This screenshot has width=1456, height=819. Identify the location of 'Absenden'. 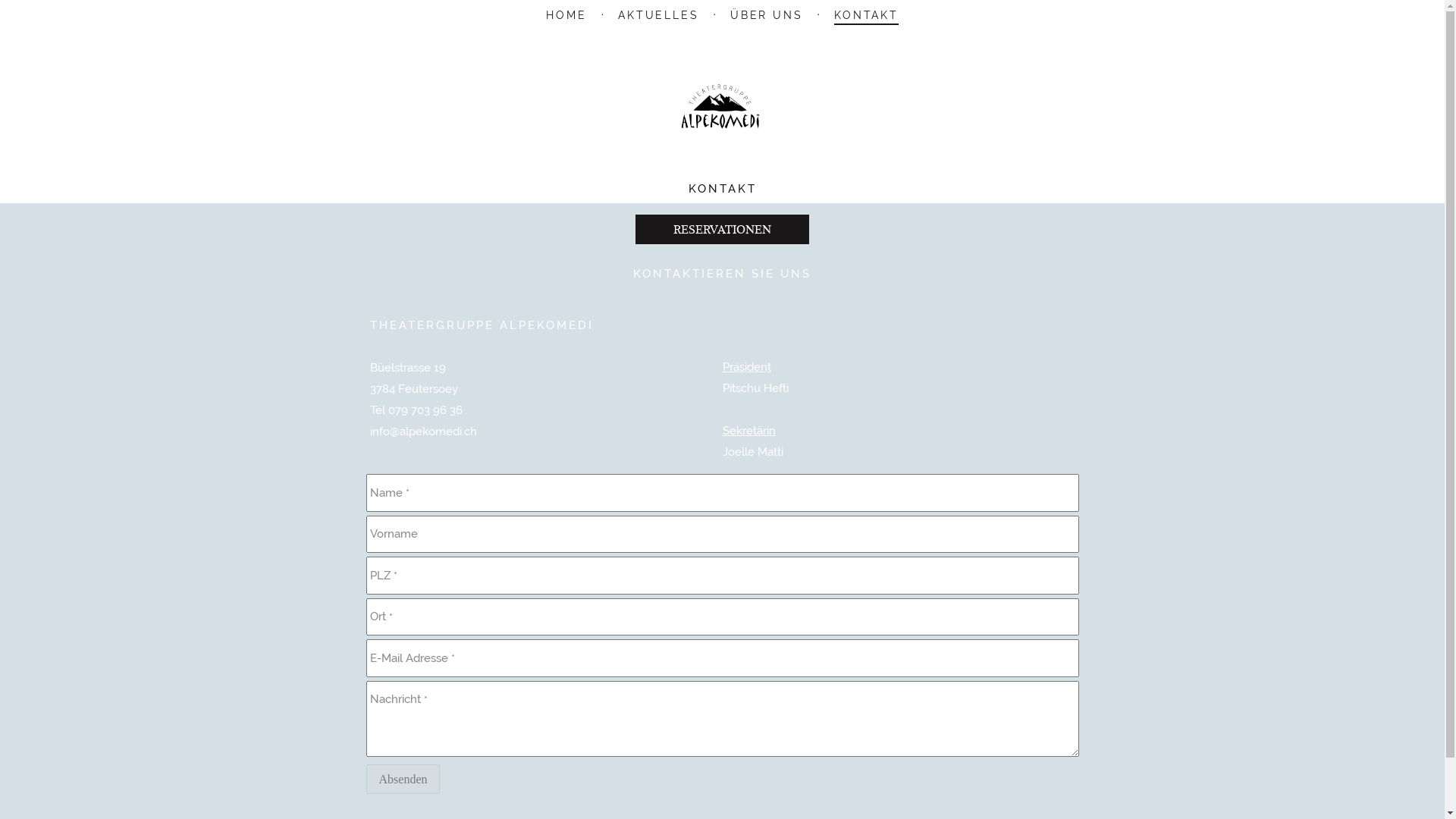
(403, 779).